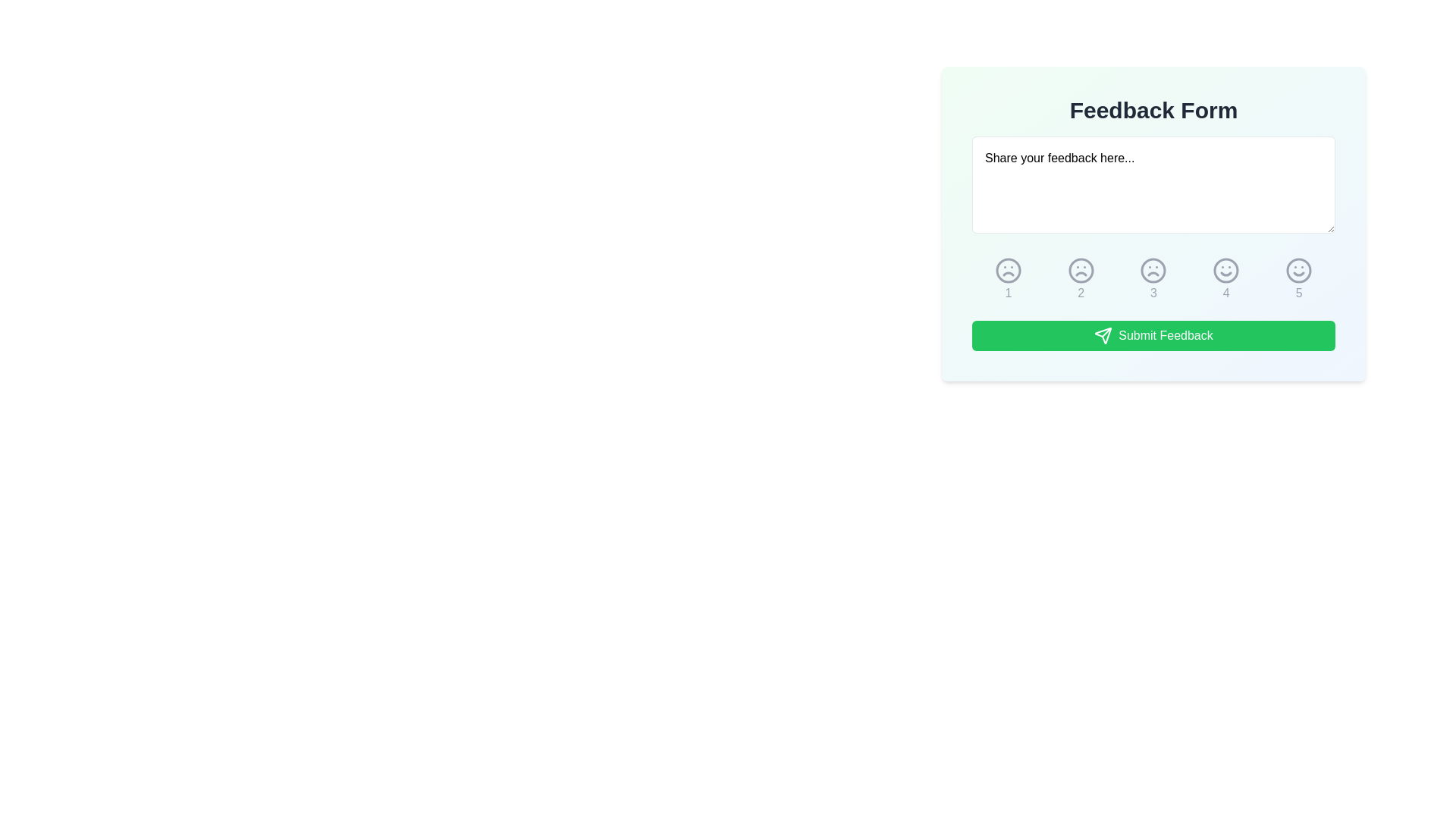 This screenshot has height=819, width=1456. Describe the element at coordinates (1153, 280) in the screenshot. I see `the Rating Option Icon` at that location.